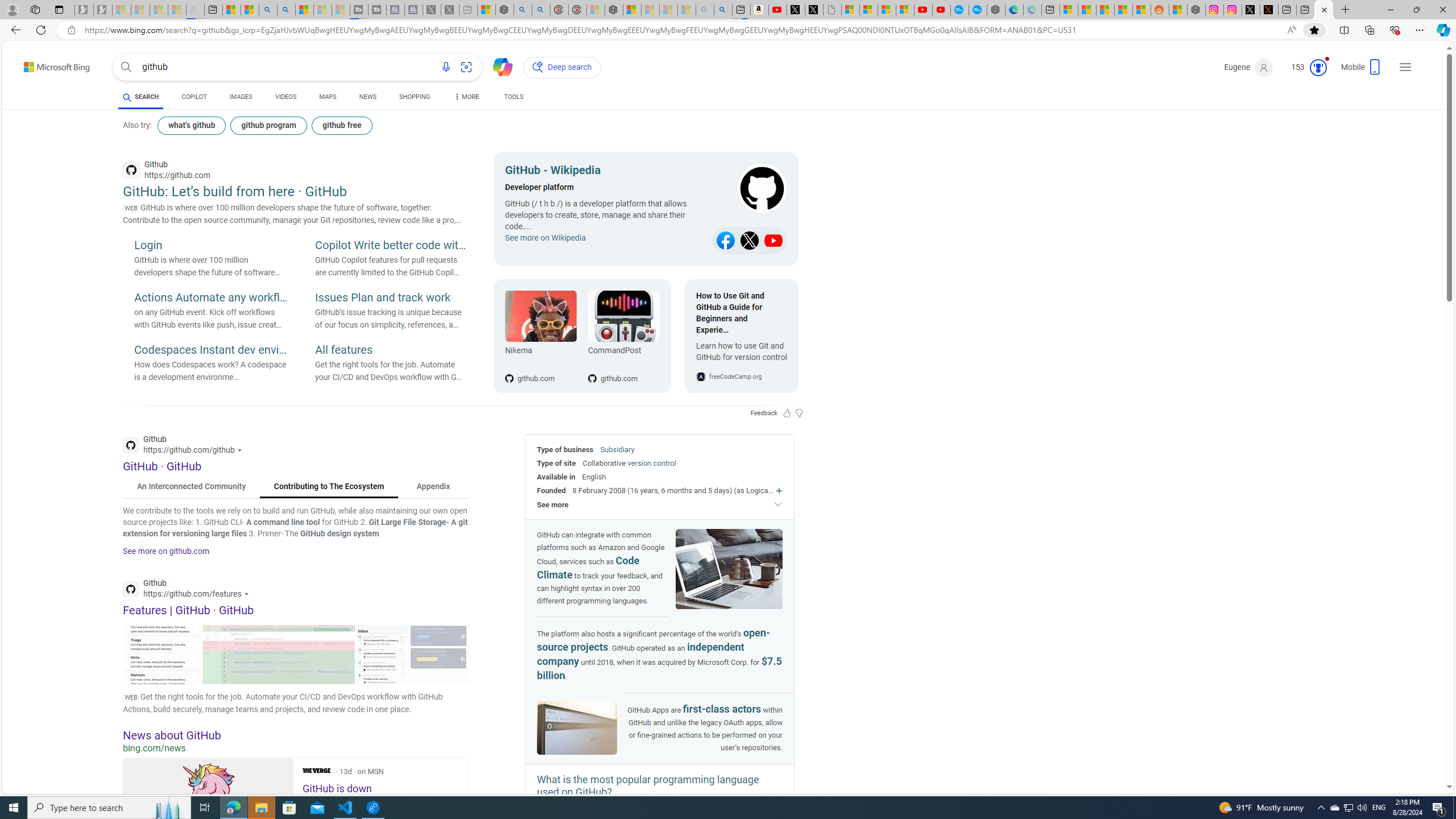  What do you see at coordinates (466, 67) in the screenshot?
I see `'Search using an image'` at bounding box center [466, 67].